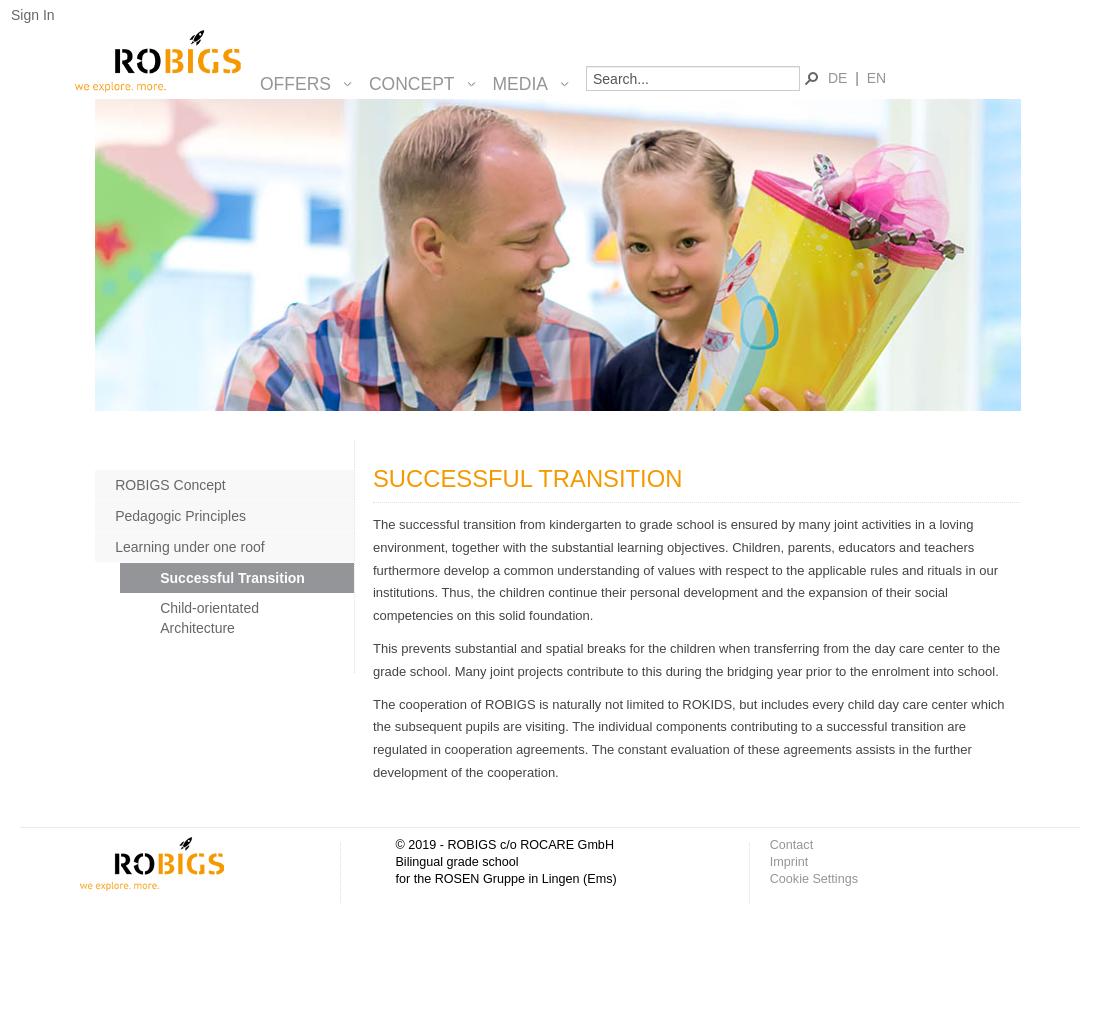  What do you see at coordinates (788, 861) in the screenshot?
I see `'Imprint'` at bounding box center [788, 861].